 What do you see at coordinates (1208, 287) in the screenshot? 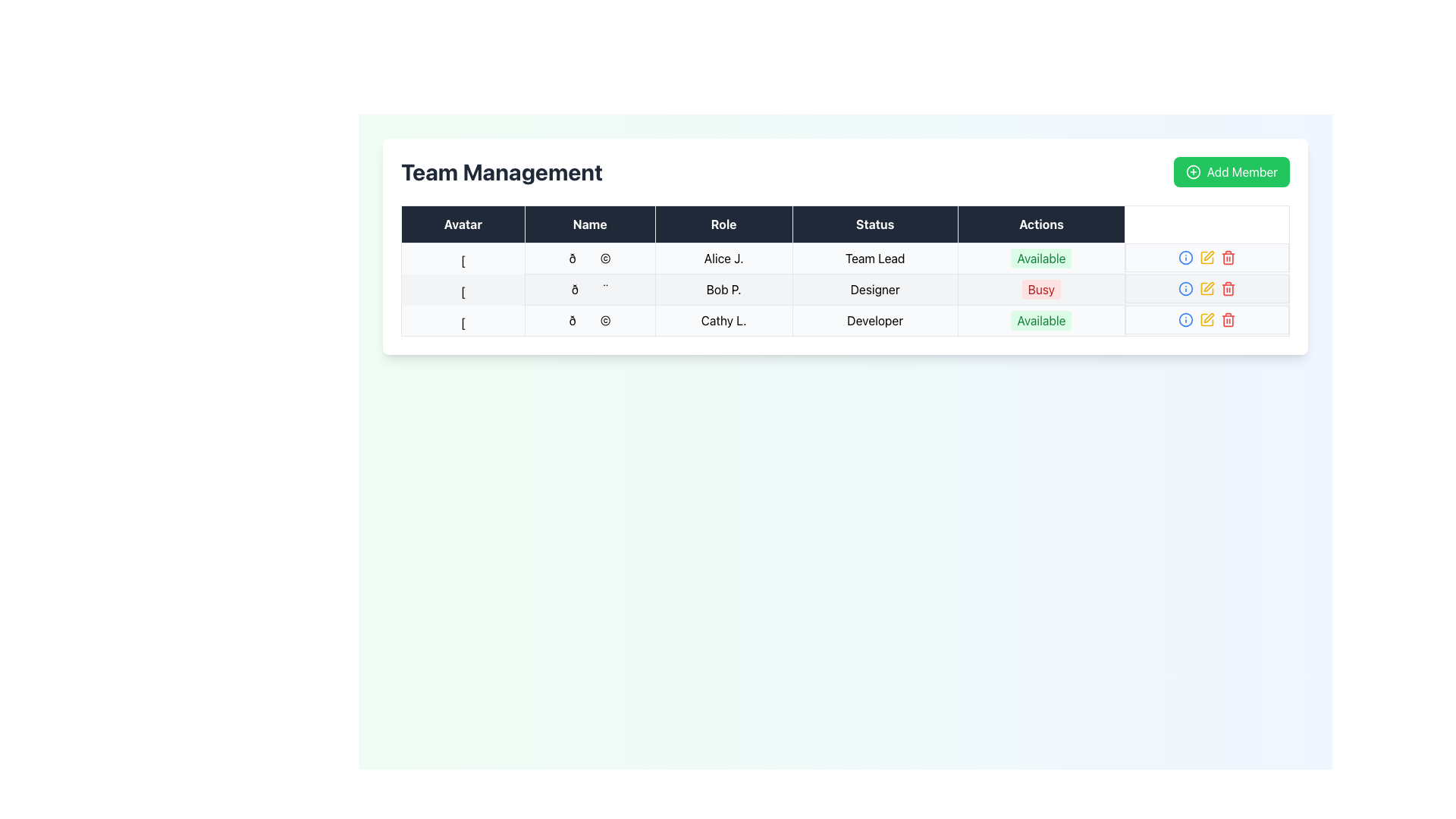
I see `the 'edit' icon button located in the 'Actions' column of the row associated with 'Bob P.'` at bounding box center [1208, 287].